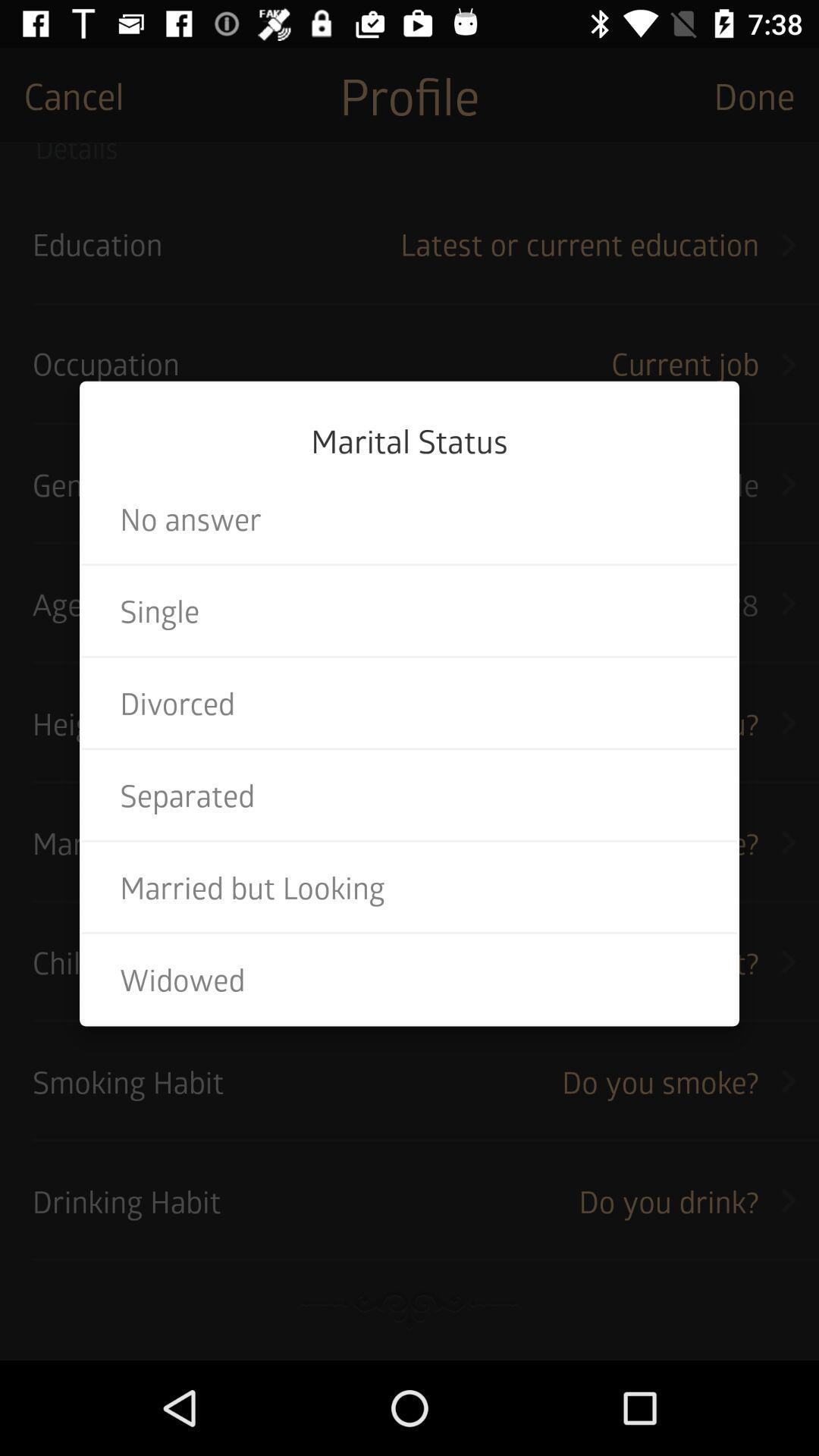 This screenshot has height=1456, width=819. What do you see at coordinates (409, 610) in the screenshot?
I see `single` at bounding box center [409, 610].